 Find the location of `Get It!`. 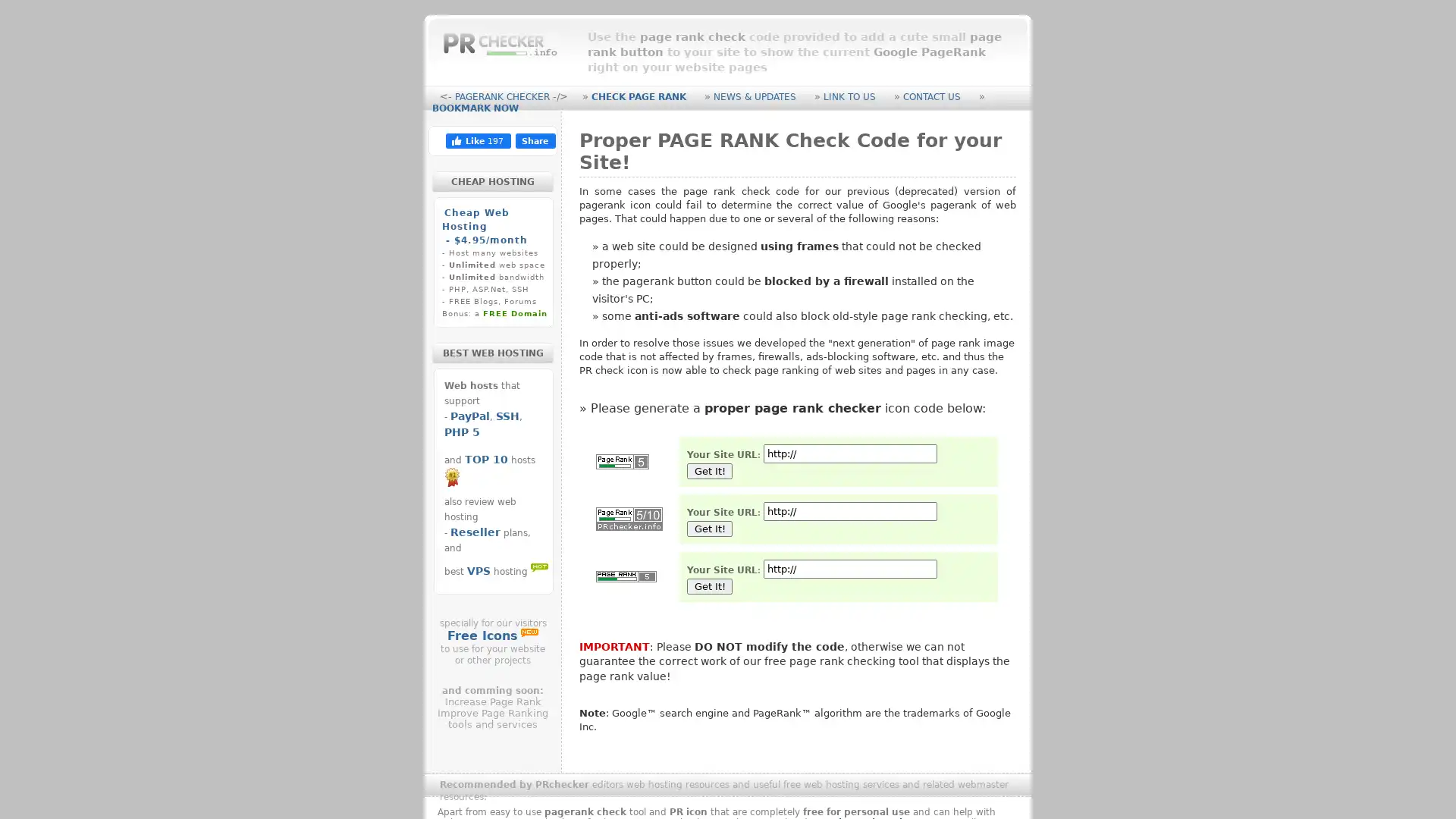

Get It! is located at coordinates (709, 469).